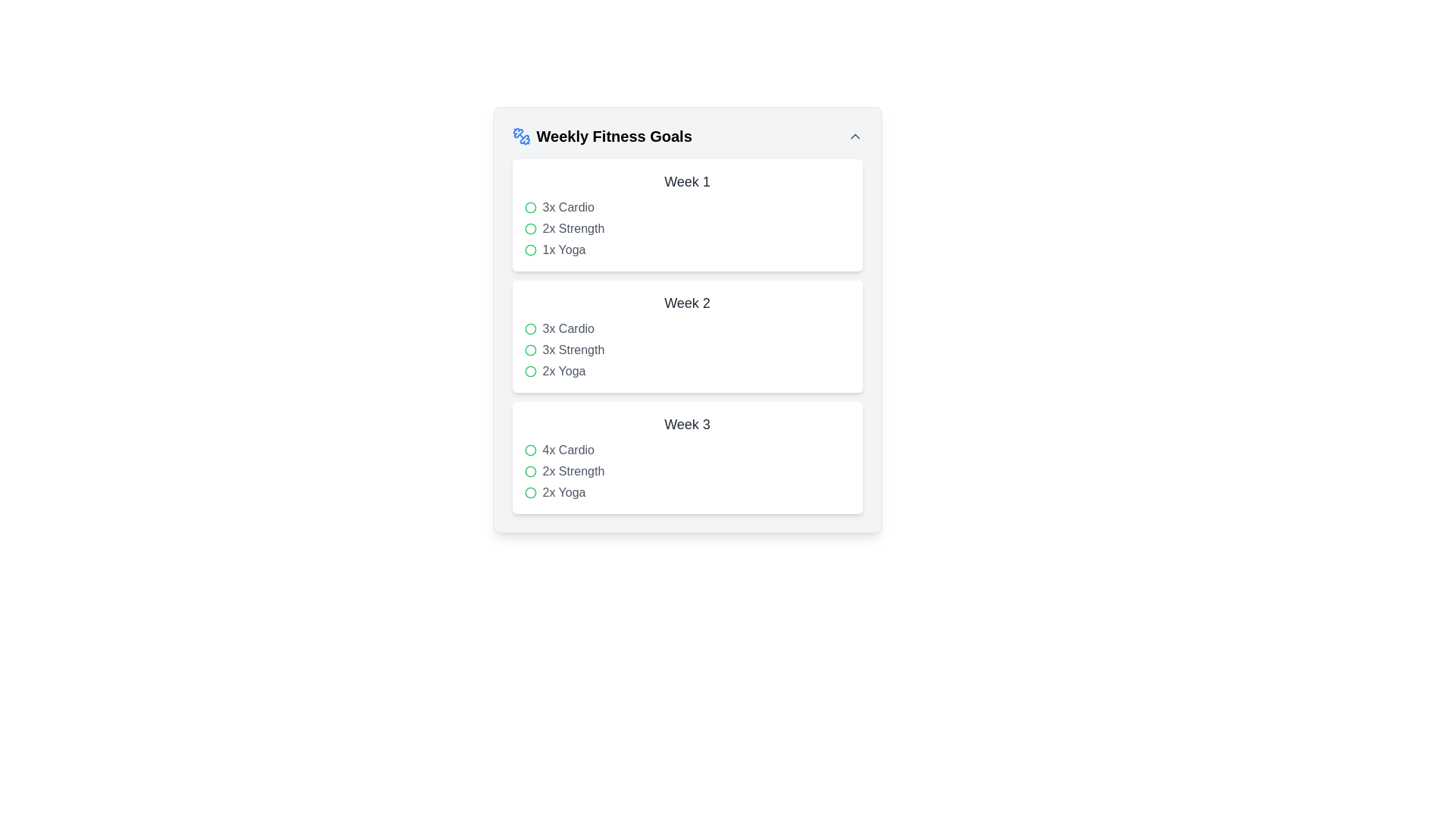  Describe the element at coordinates (530, 470) in the screenshot. I see `the status indicated by the circular green outlined icon with a white interior, located adjacent to the '2x Strength' text in the 'Week 3' section` at that location.